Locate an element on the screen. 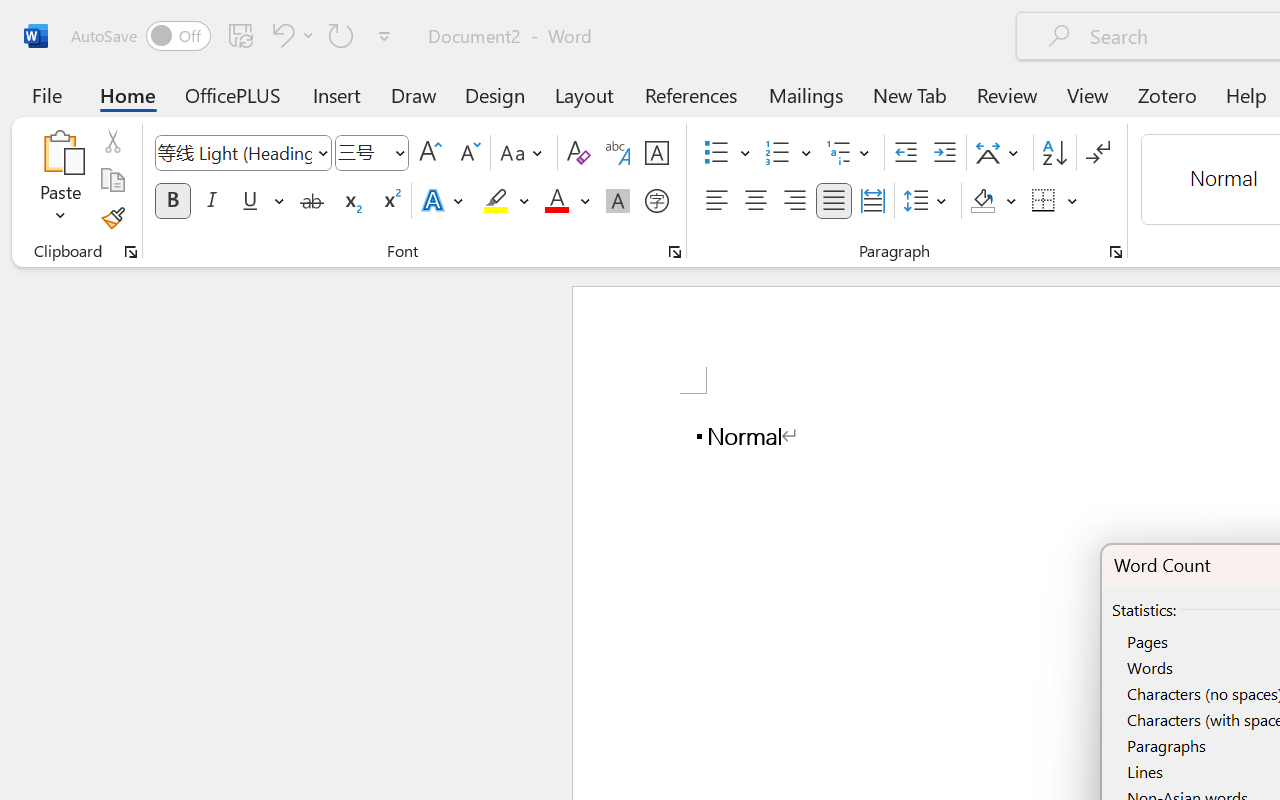  'Borders' is located at coordinates (1043, 201).